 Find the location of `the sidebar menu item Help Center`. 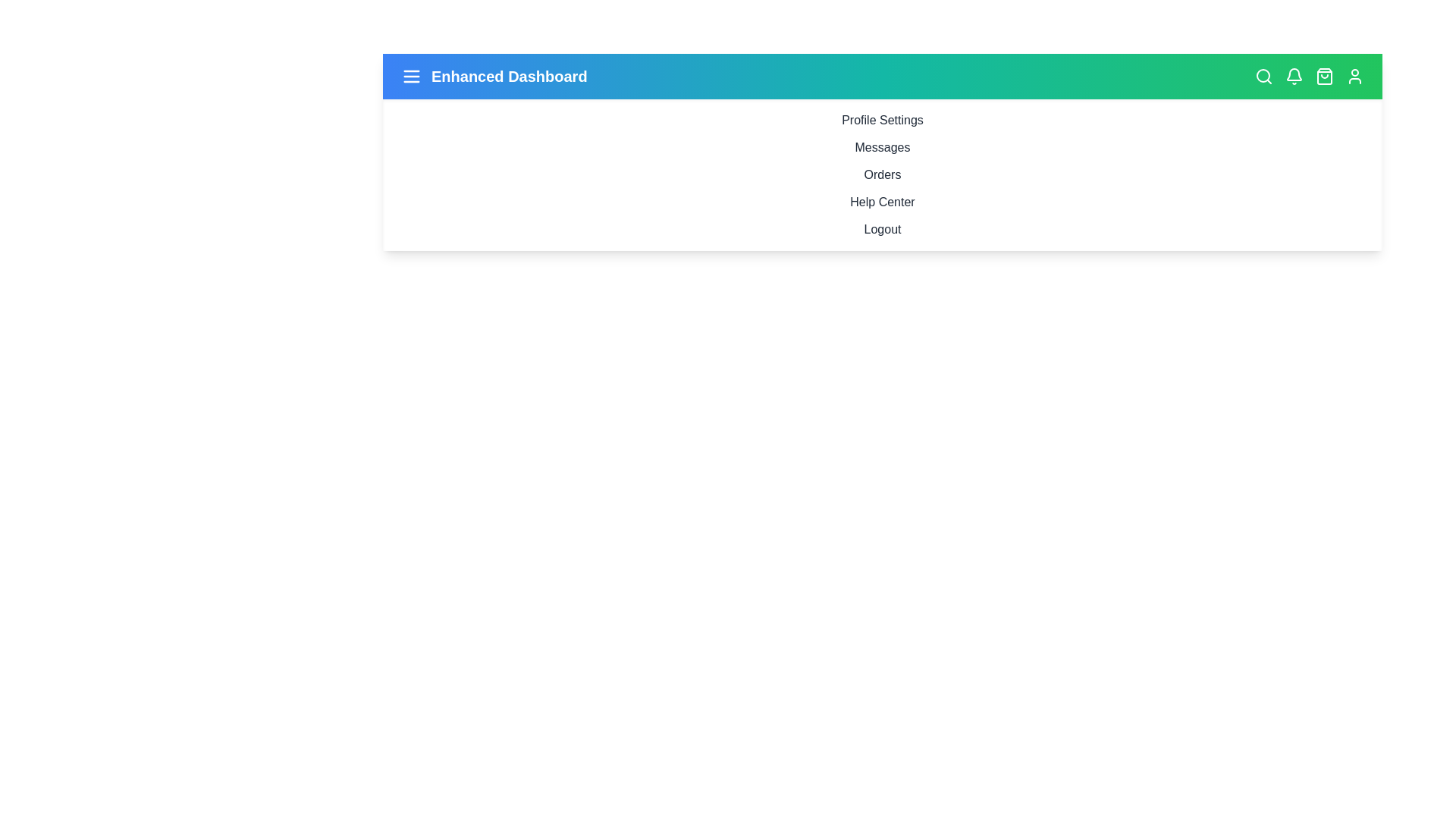

the sidebar menu item Help Center is located at coordinates (882, 201).